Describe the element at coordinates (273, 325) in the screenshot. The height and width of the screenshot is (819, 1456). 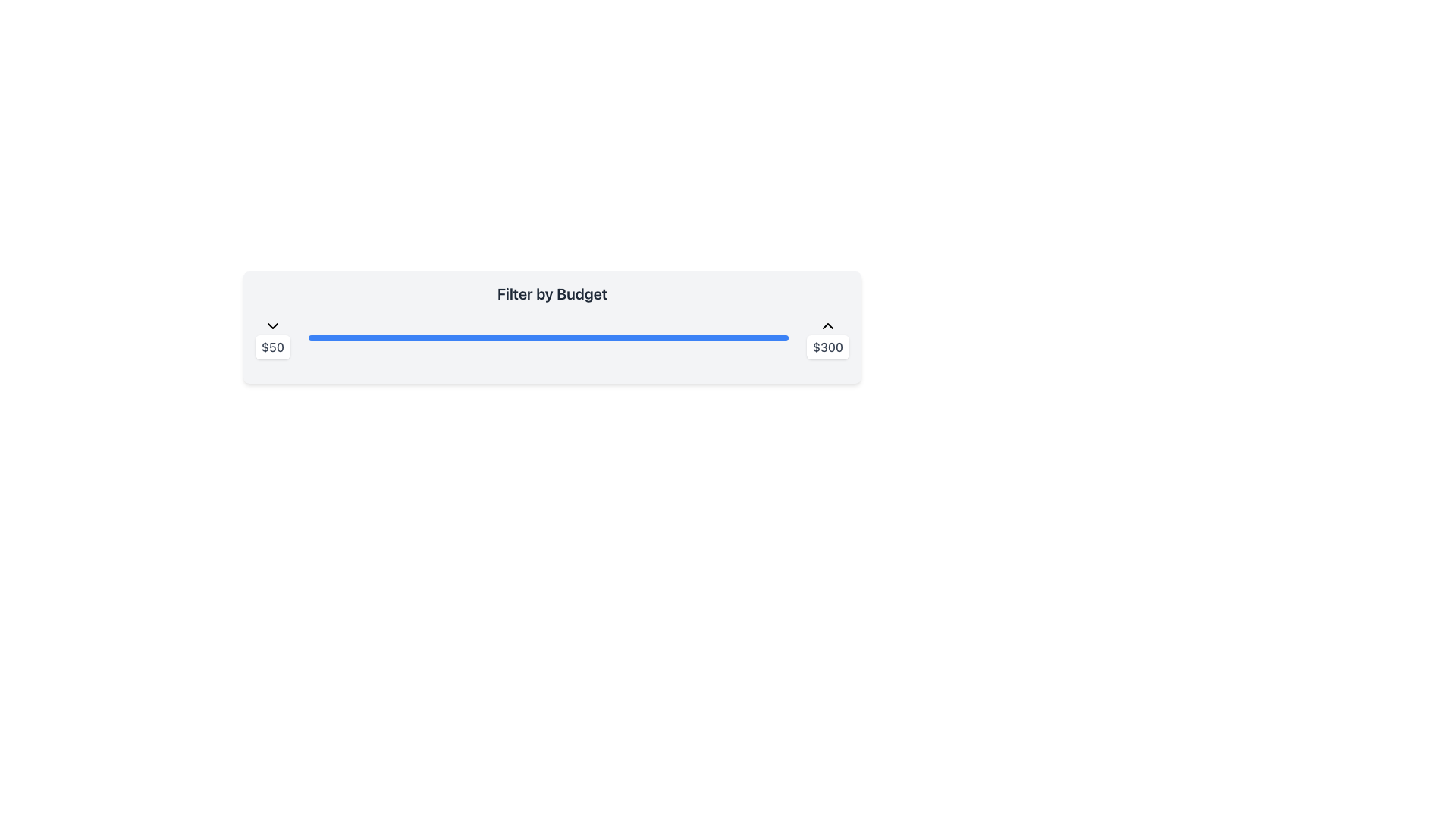
I see `the chevron button located above the '$50' label in the 'Filter by Budget' section` at that location.